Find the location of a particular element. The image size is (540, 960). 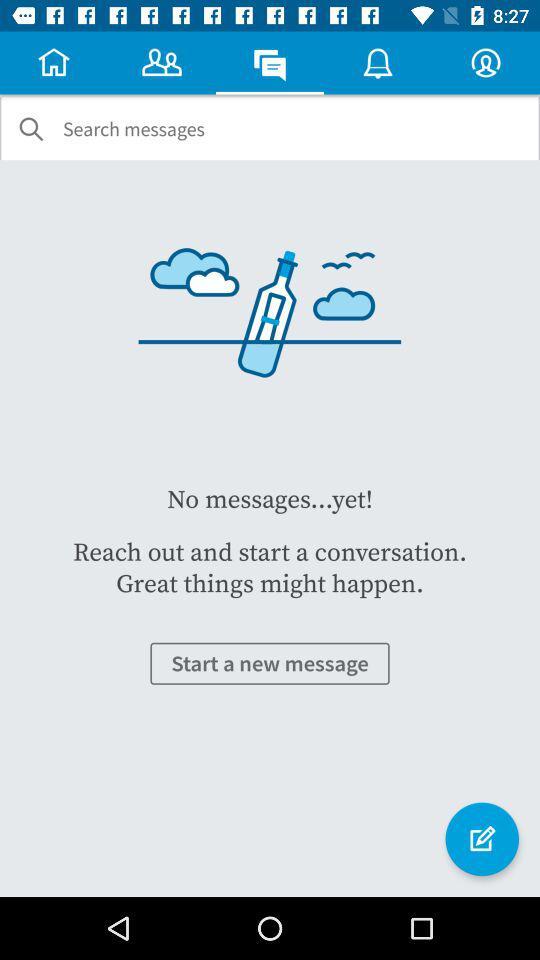

the notification icon on top of the page is located at coordinates (378, 62).